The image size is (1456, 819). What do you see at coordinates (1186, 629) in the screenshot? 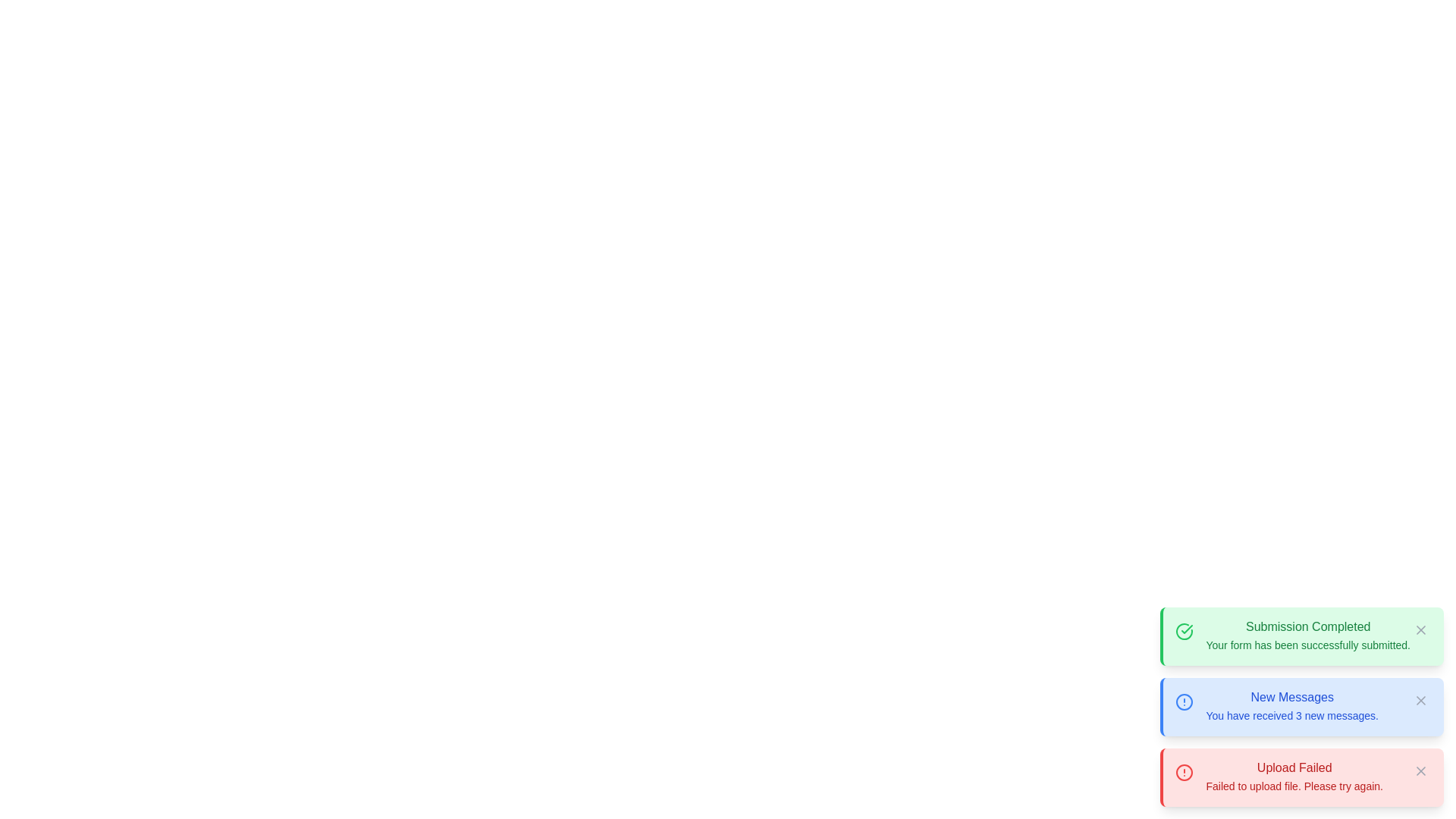
I see `the checkmark icon within the SVG graphic, which is part of the 'Submission Completed' notification card located at the top-left corner` at bounding box center [1186, 629].